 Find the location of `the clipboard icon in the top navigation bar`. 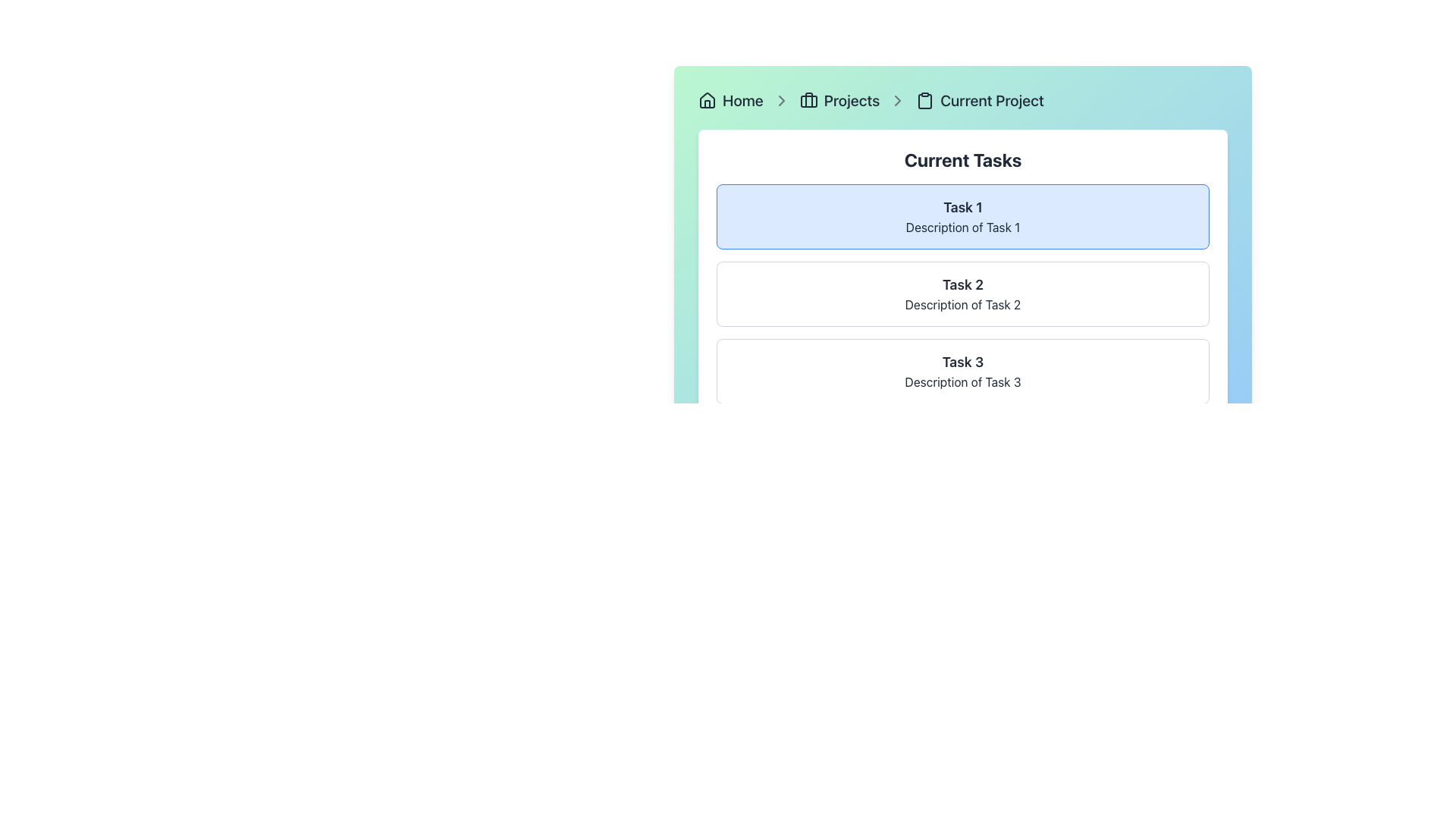

the clipboard icon in the top navigation bar is located at coordinates (924, 100).